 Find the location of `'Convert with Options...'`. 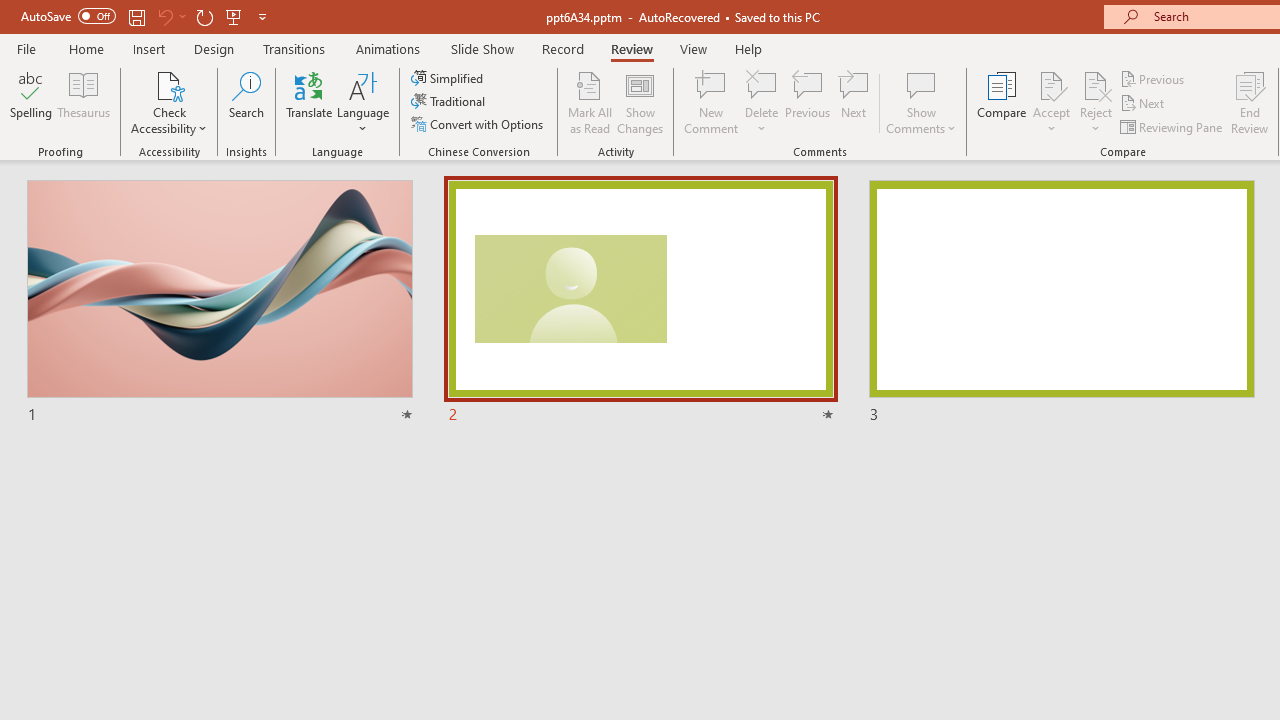

'Convert with Options...' is located at coordinates (478, 124).